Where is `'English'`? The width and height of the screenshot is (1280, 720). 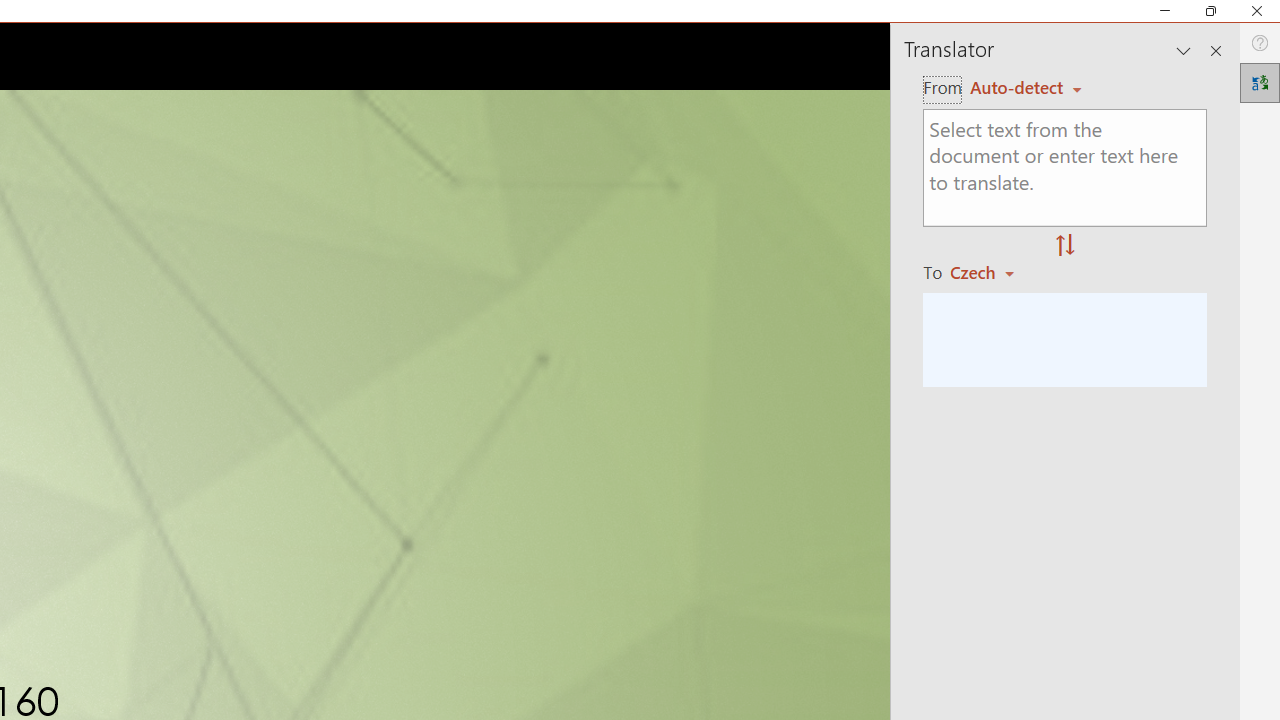 'English' is located at coordinates (1025, 86).